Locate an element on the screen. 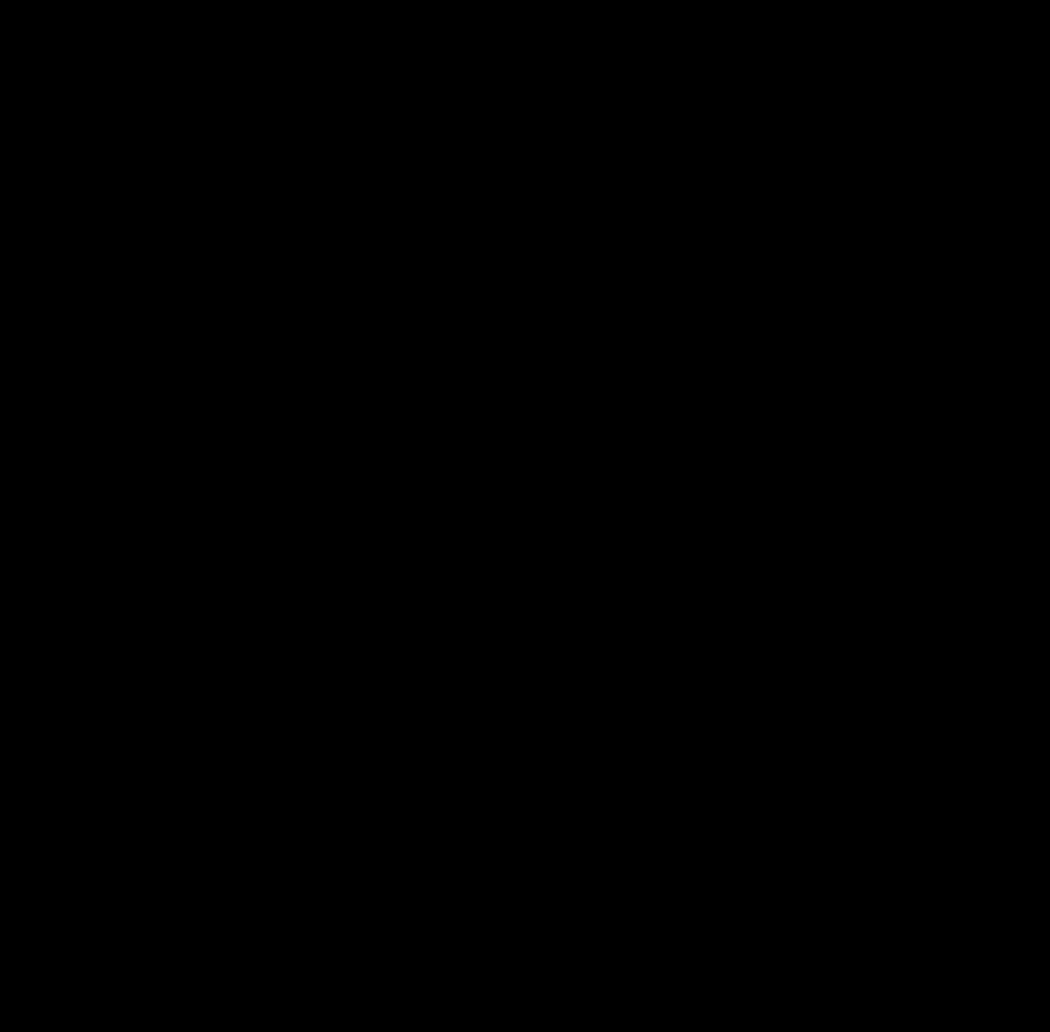 The height and width of the screenshot is (1032, 1050). 'Darrin McElroy, Liberty Hill Equity Partners' is located at coordinates (177, 512).